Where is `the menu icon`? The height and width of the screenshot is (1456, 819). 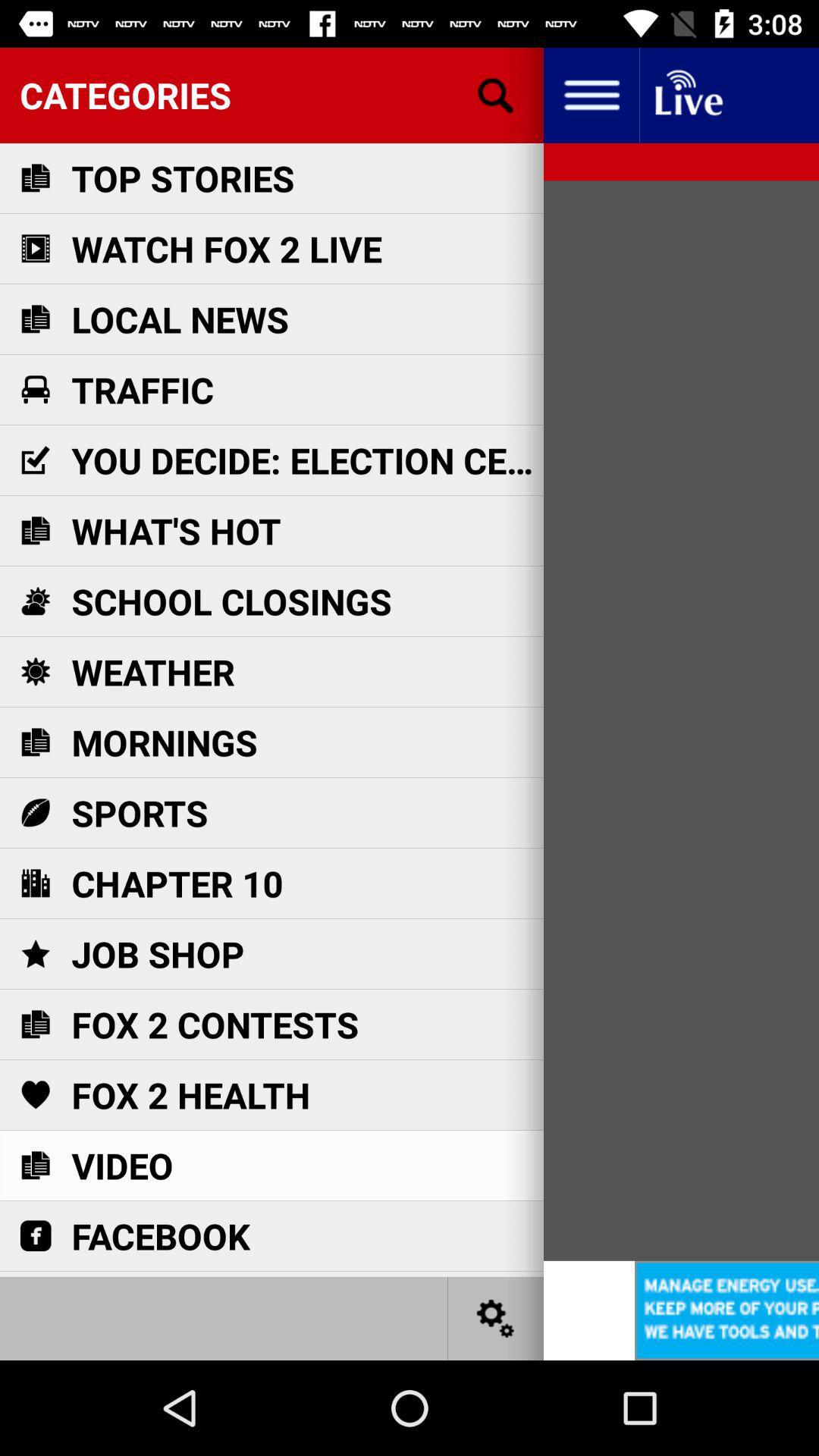
the menu icon is located at coordinates (590, 94).